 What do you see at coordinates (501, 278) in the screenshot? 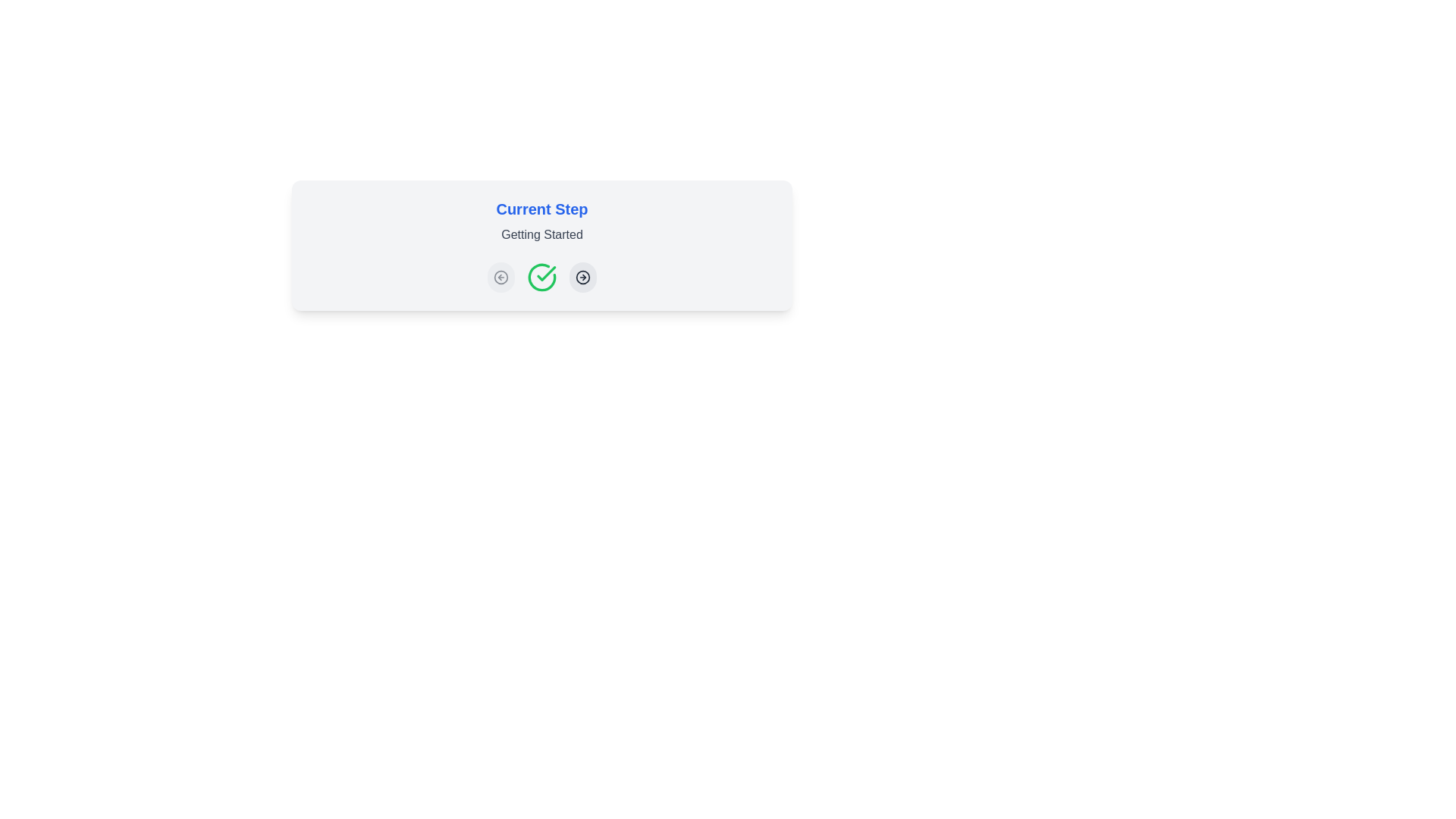
I see `the circular graphical element, which is at the center of a left-pointing circular arrow icon, located as the first of three interactive icons under the 'Current Step' heading` at bounding box center [501, 278].